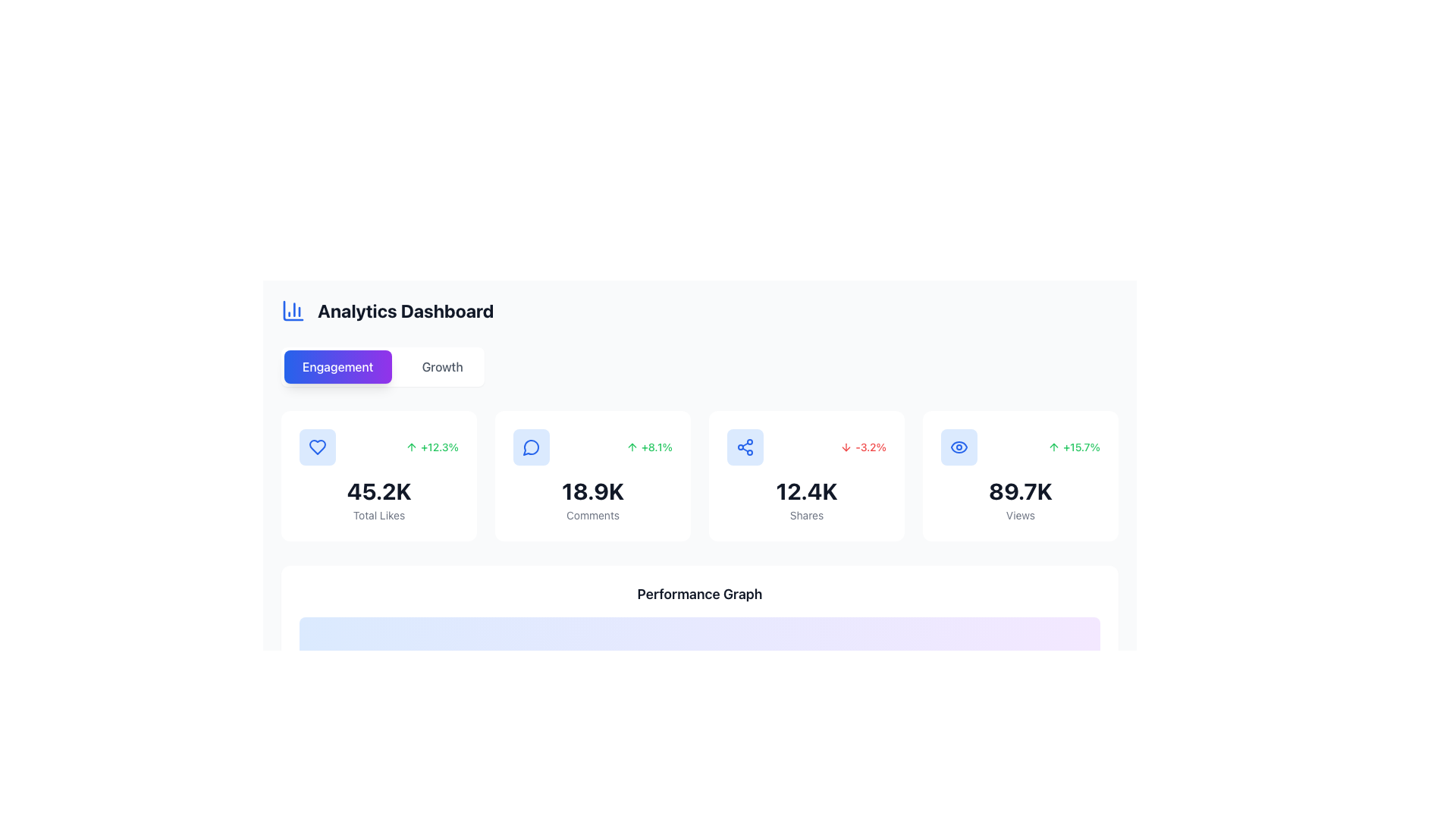 This screenshot has height=819, width=1456. What do you see at coordinates (863, 447) in the screenshot?
I see `percentage change displayed in the Text label with an icon indicating a decrease in the 'Shares' metric, located beneath the corresponding icon in the 'Shares' card` at bounding box center [863, 447].